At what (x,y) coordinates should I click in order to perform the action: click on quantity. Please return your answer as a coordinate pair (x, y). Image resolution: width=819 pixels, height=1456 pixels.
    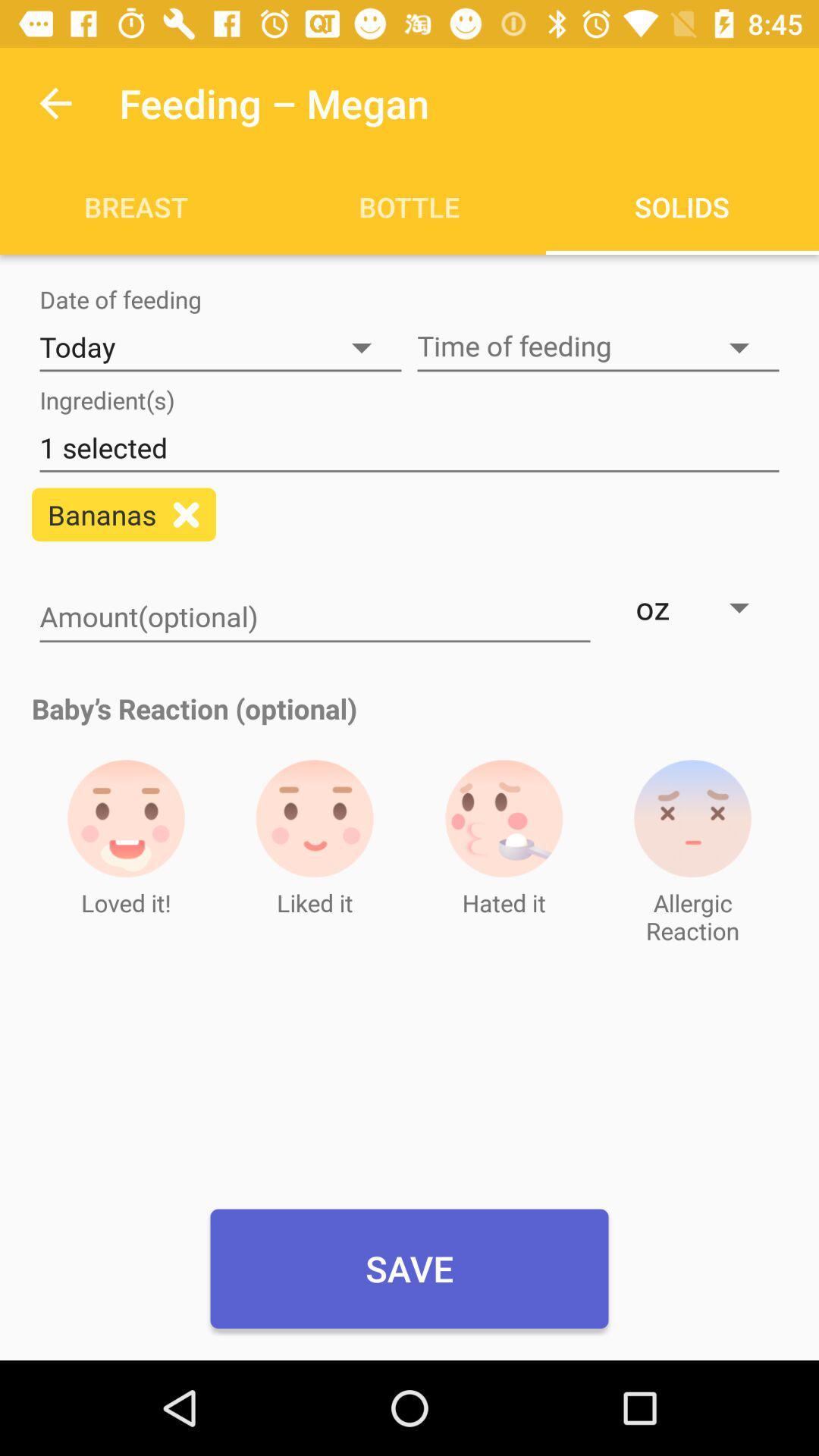
    Looking at the image, I should click on (314, 618).